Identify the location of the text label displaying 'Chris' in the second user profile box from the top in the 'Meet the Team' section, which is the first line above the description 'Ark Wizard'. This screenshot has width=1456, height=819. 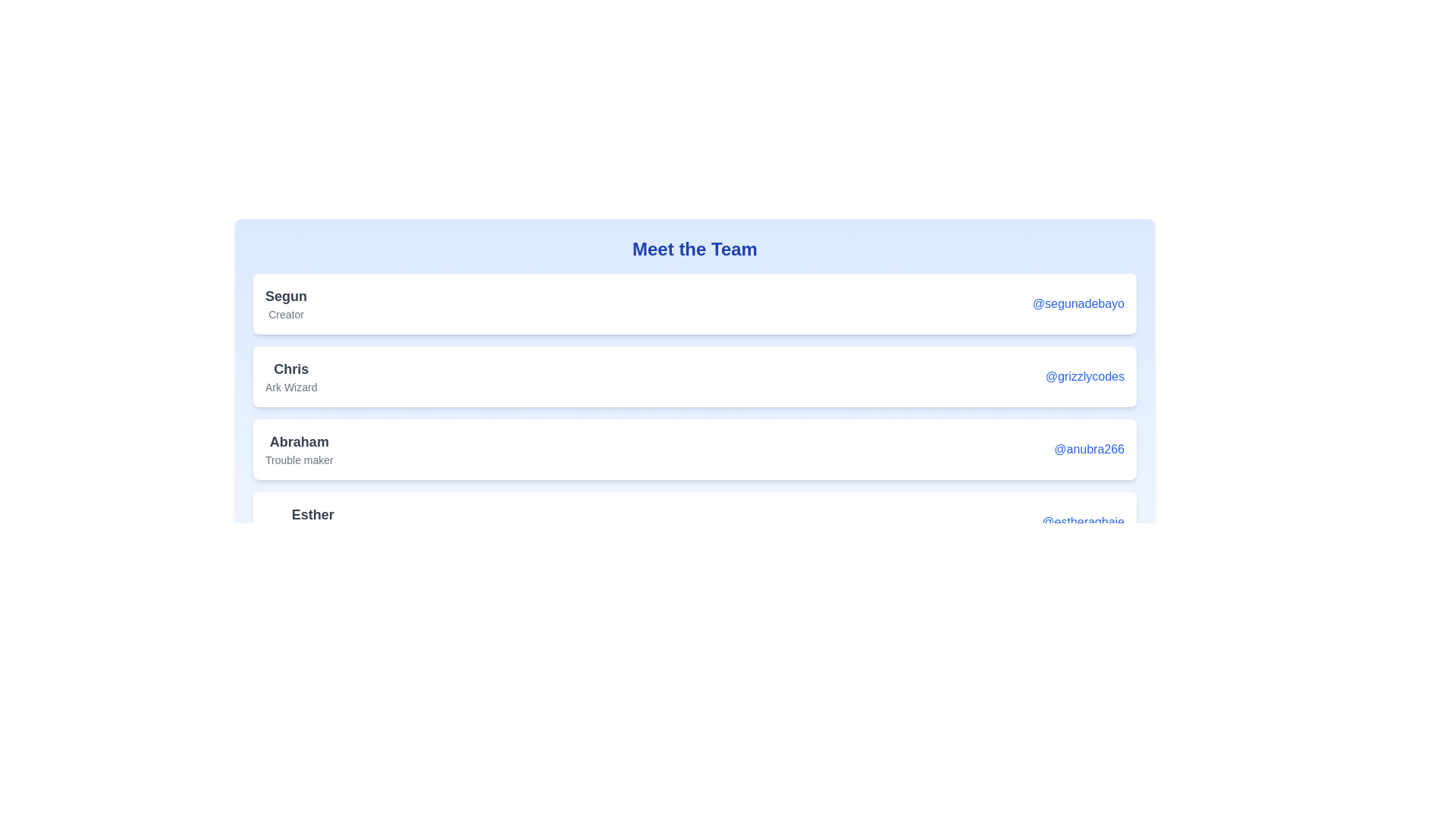
(291, 369).